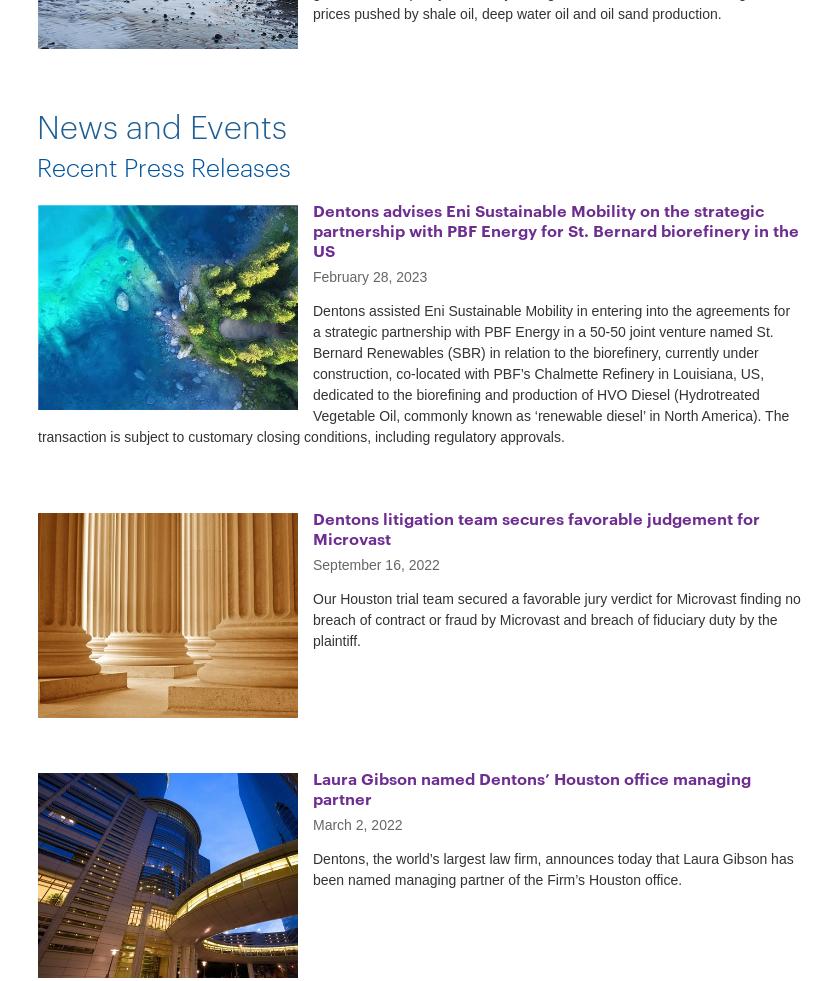 This screenshot has height=981, width=839. Describe the element at coordinates (555, 619) in the screenshot. I see `'Our Houston trial team secured a favorable jury verdict for Microvast finding no breach of contract or fraud by Microvast and breach of fiduciary duty by the plaintiff.'` at that location.